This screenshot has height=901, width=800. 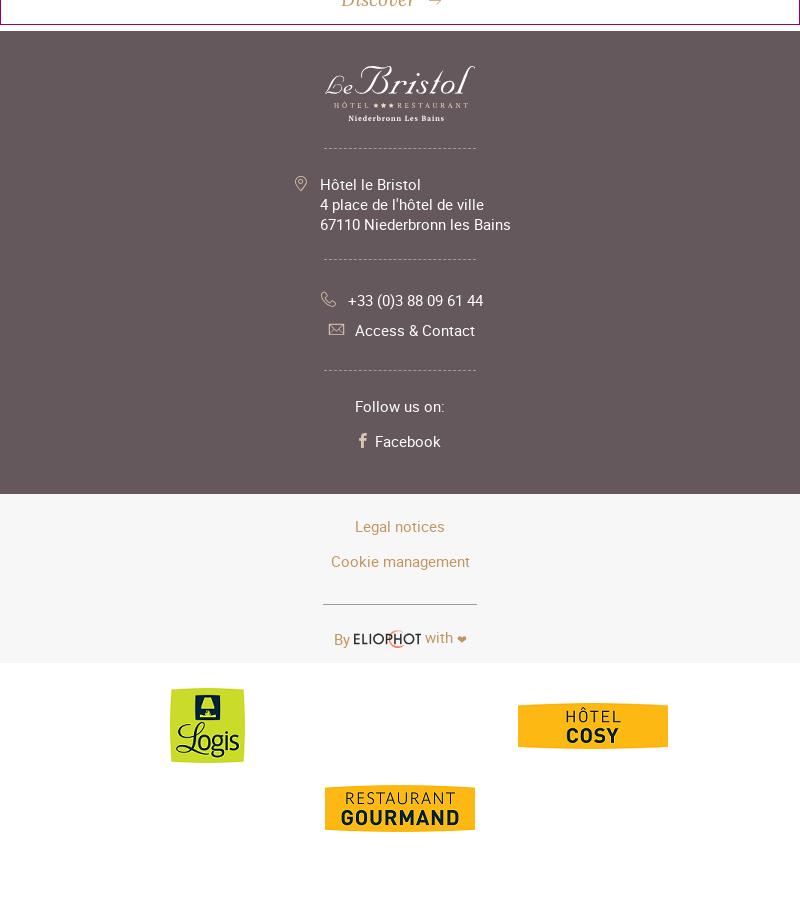 What do you see at coordinates (368, 181) in the screenshot?
I see `'Hôtel le Bristol'` at bounding box center [368, 181].